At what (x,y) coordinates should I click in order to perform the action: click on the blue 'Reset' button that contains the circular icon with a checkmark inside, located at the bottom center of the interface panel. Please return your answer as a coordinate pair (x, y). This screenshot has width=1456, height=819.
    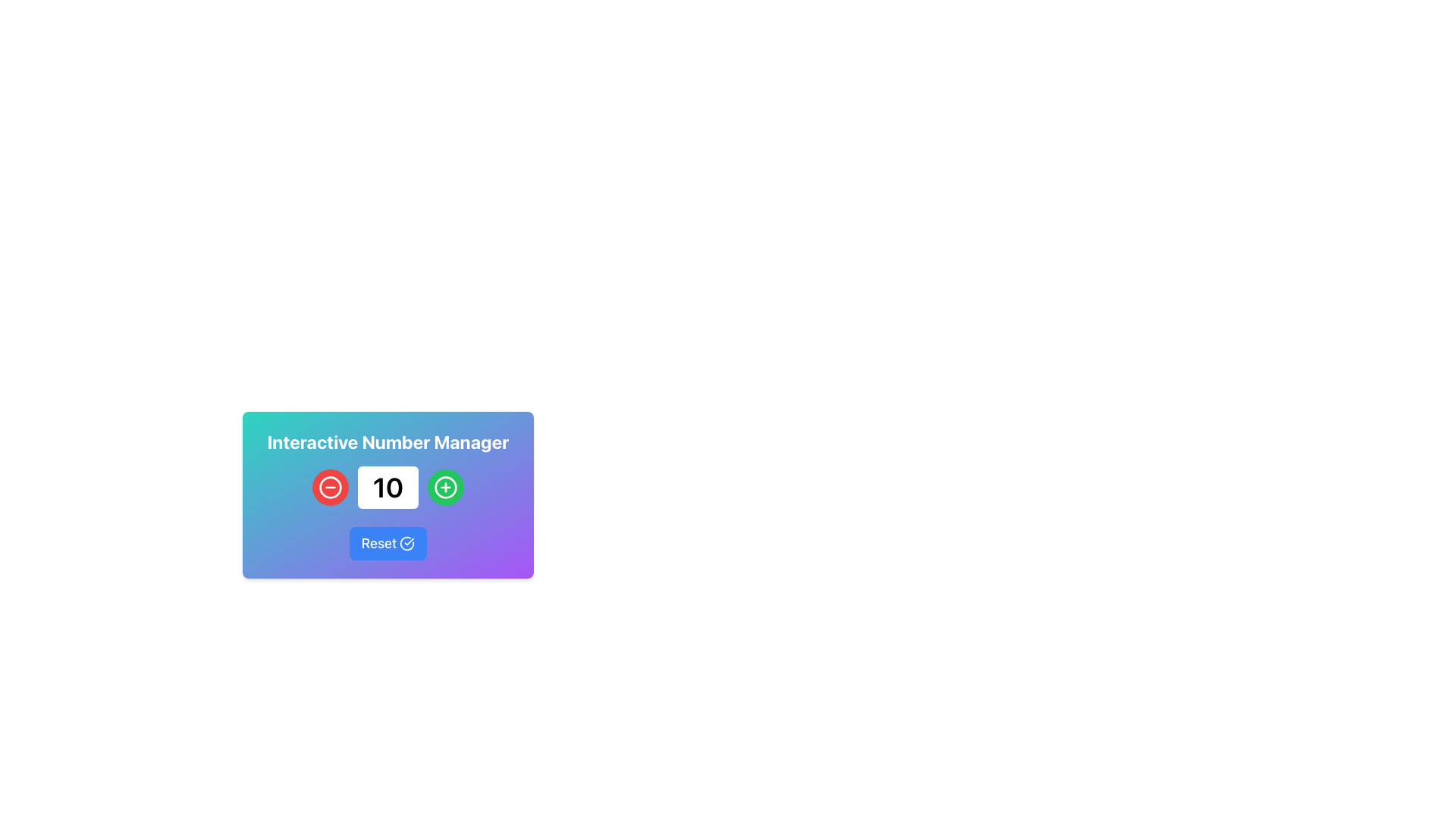
    Looking at the image, I should click on (407, 543).